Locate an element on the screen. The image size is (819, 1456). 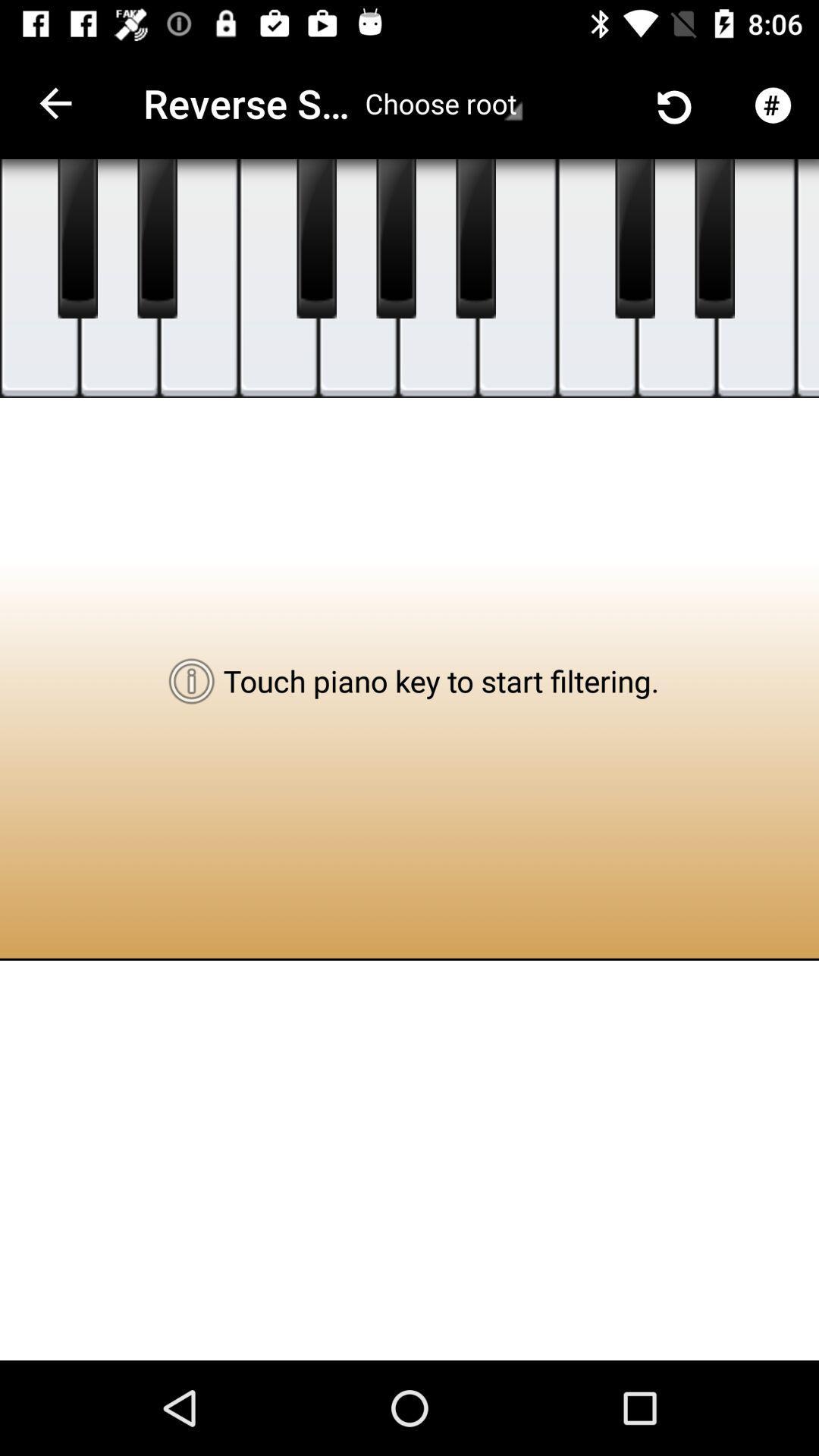
press key is located at coordinates (39, 278).